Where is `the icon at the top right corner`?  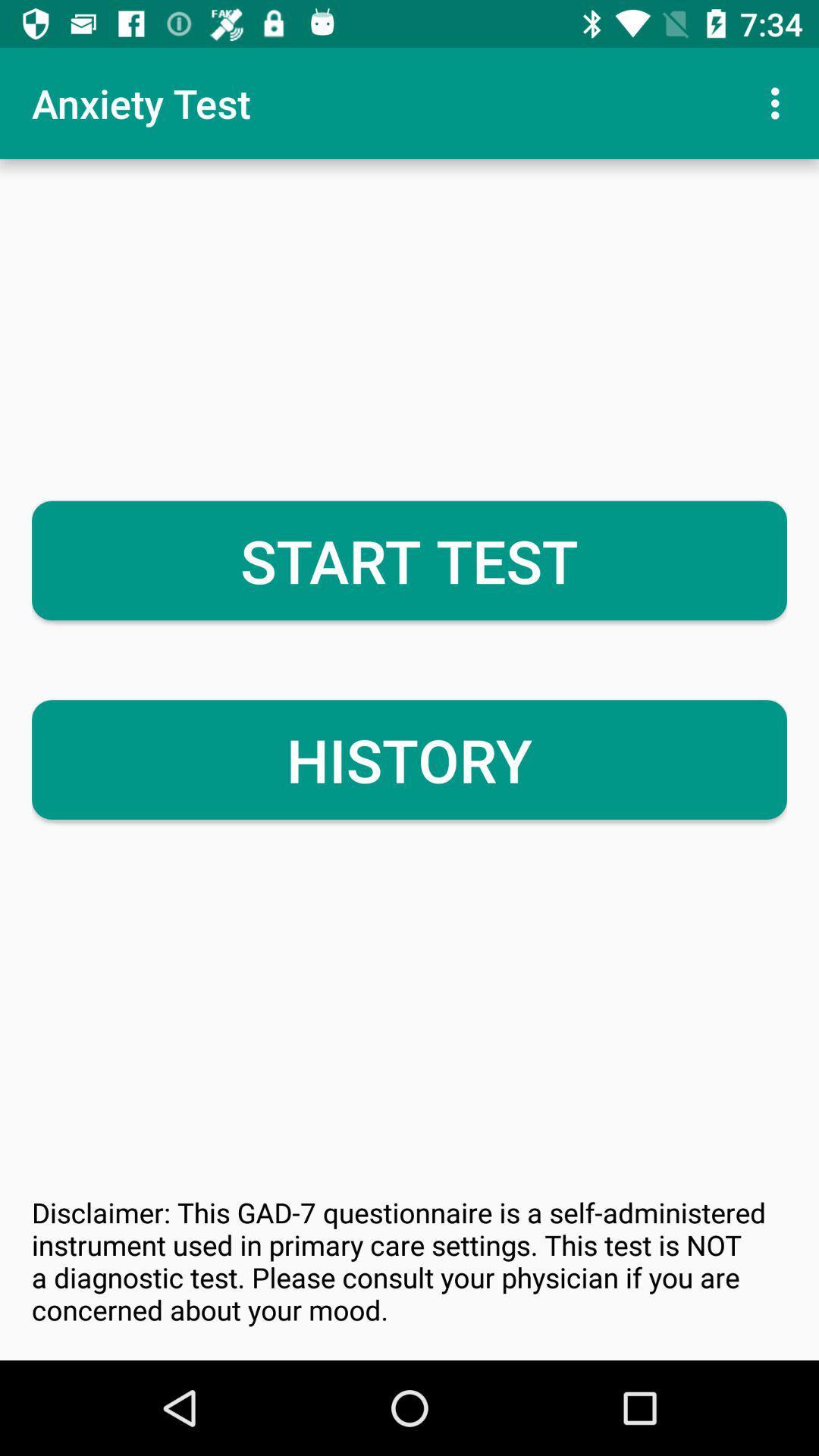 the icon at the top right corner is located at coordinates (779, 102).